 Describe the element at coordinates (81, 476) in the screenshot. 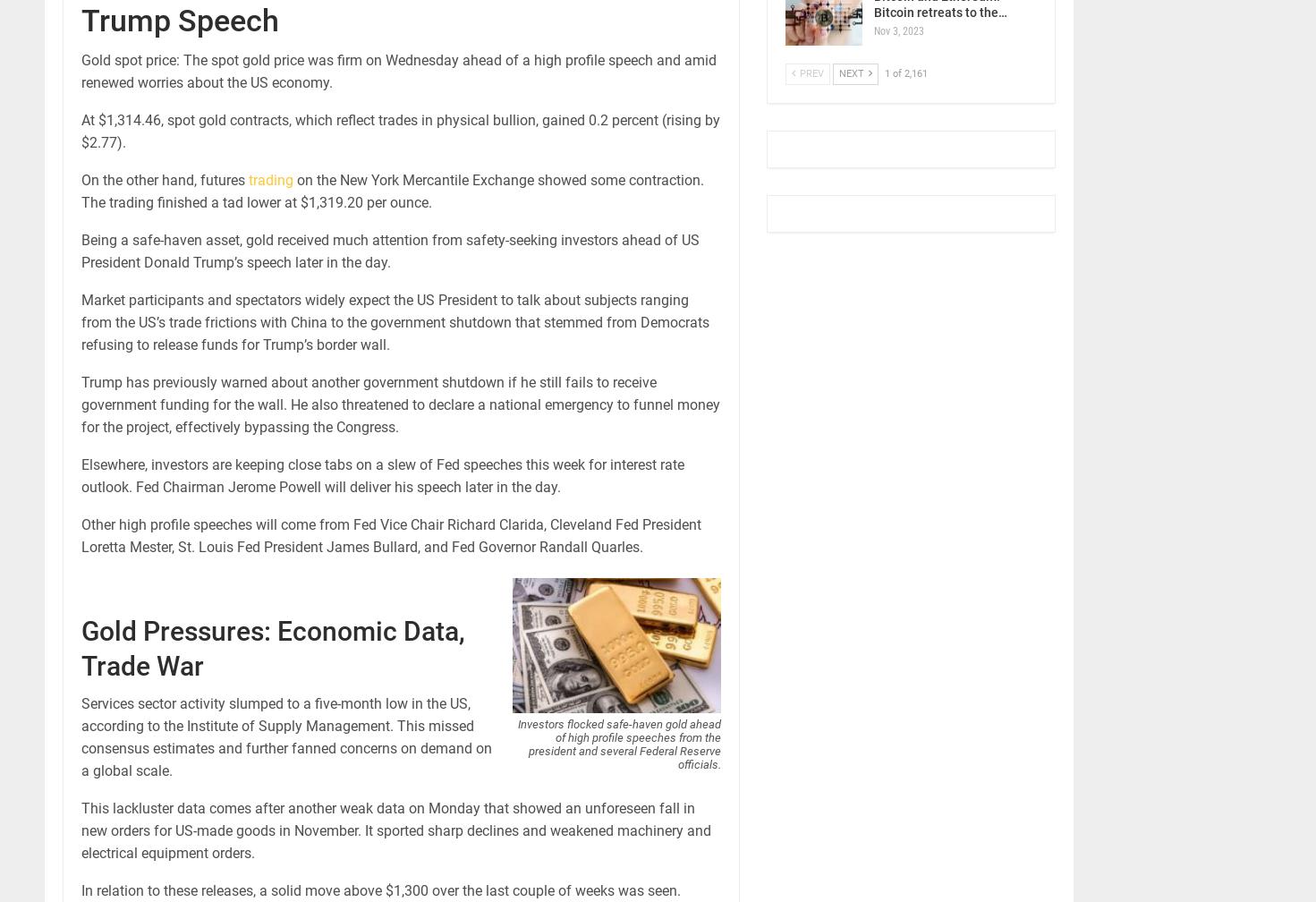

I see `'Elsewhere, investors are keeping close tabs on a slew of Fed speeches this week for interest rate outlook. Fed Chairman Jerome Powell will deliver his speech later in the day.'` at that location.